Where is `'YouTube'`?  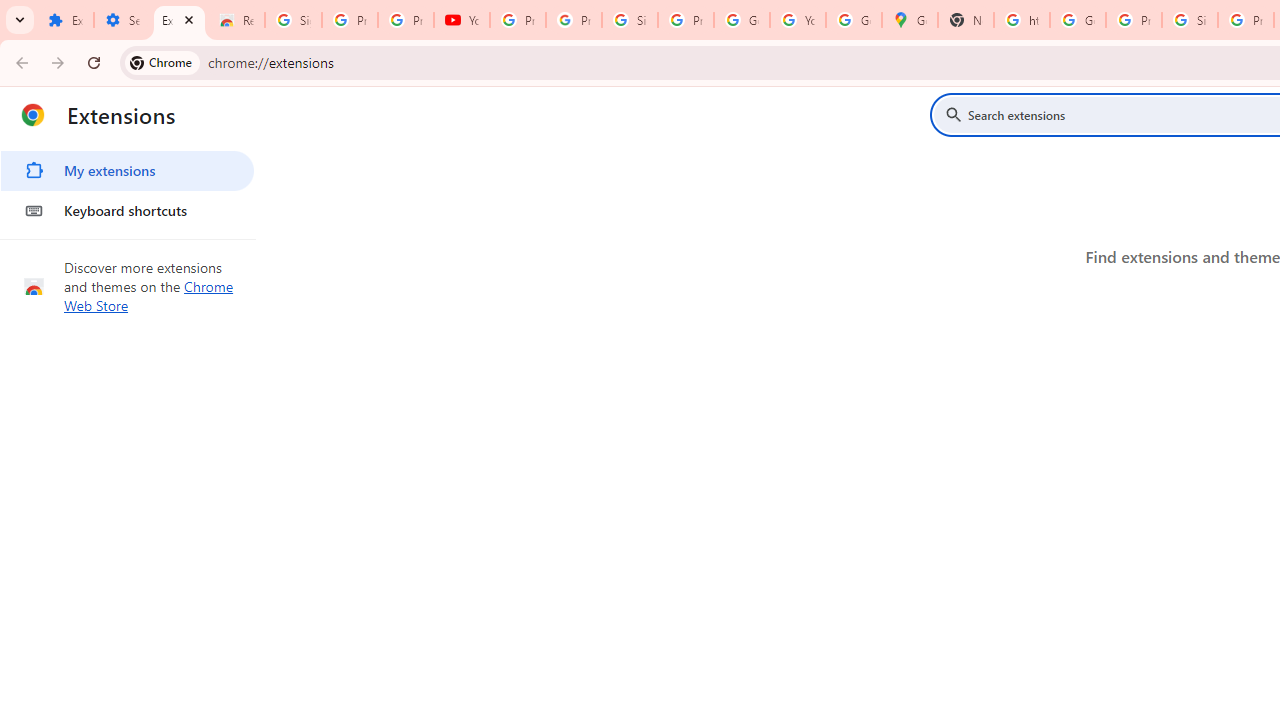
'YouTube' is located at coordinates (461, 20).